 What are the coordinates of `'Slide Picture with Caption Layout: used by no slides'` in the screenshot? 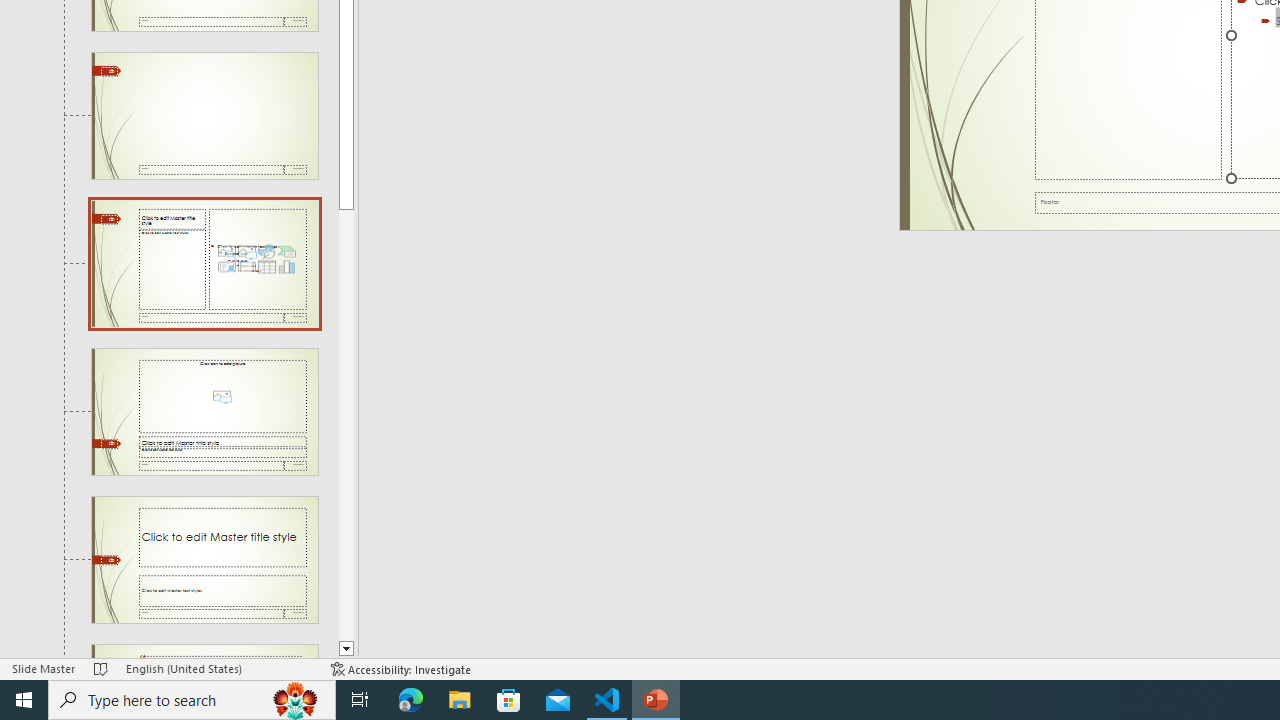 It's located at (204, 411).